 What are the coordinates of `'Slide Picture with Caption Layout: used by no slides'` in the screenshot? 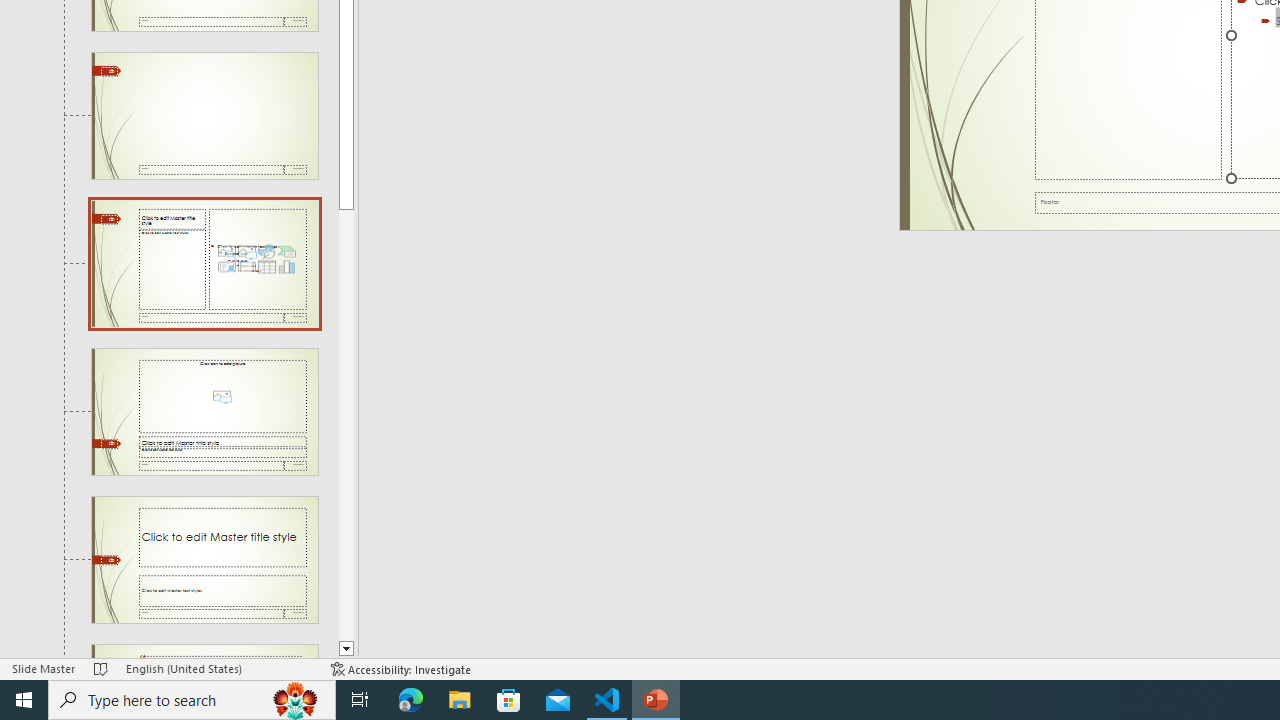 It's located at (204, 411).